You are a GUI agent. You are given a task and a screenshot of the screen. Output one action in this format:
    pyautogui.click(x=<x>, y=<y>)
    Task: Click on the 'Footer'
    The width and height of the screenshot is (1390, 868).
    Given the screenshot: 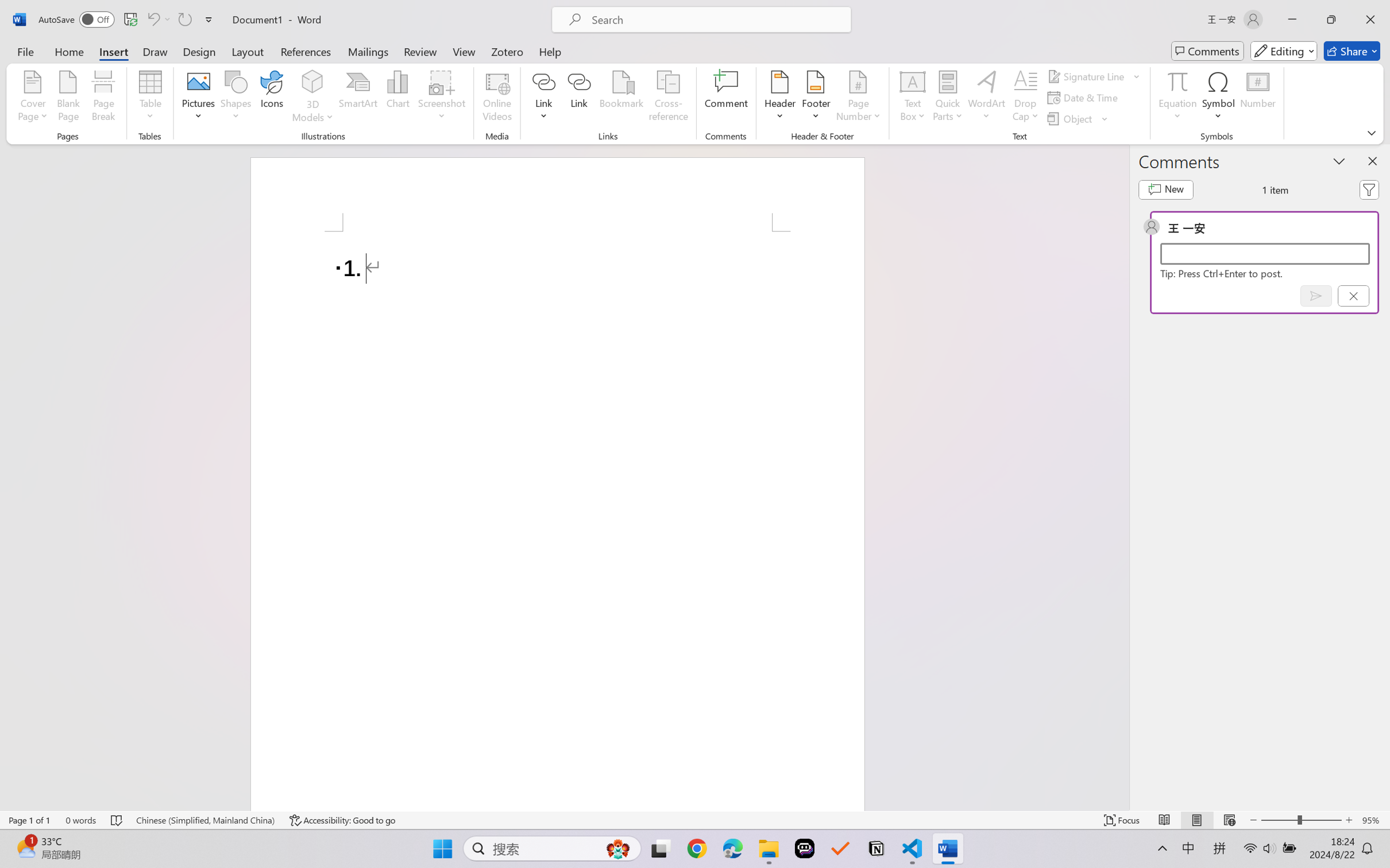 What is the action you would take?
    pyautogui.click(x=815, y=98)
    